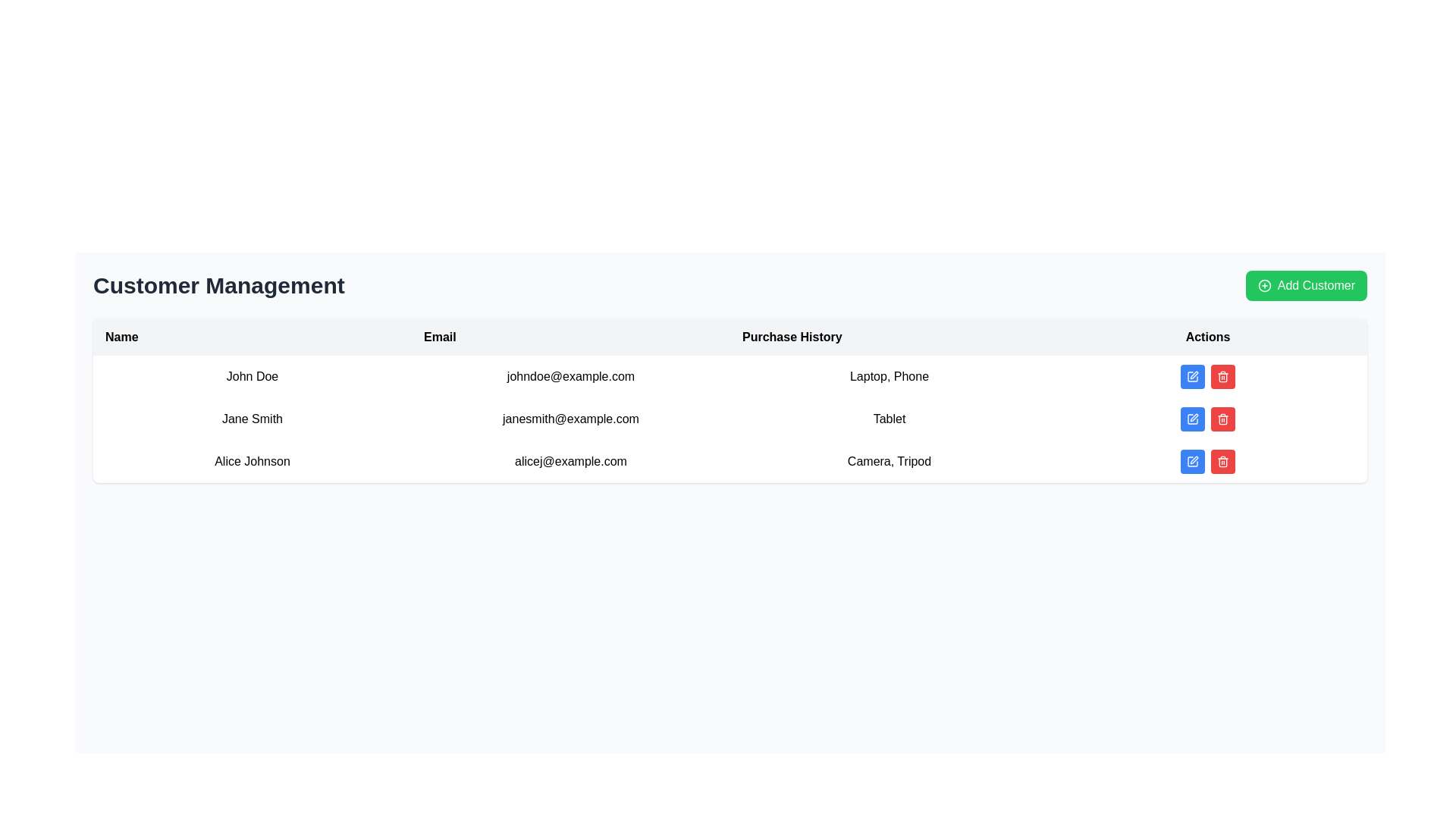 The width and height of the screenshot is (1456, 819). What do you see at coordinates (1193, 459) in the screenshot?
I see `the edit button located in the first position of the third row within the 'Actions' column of the table to modify its associated data` at bounding box center [1193, 459].